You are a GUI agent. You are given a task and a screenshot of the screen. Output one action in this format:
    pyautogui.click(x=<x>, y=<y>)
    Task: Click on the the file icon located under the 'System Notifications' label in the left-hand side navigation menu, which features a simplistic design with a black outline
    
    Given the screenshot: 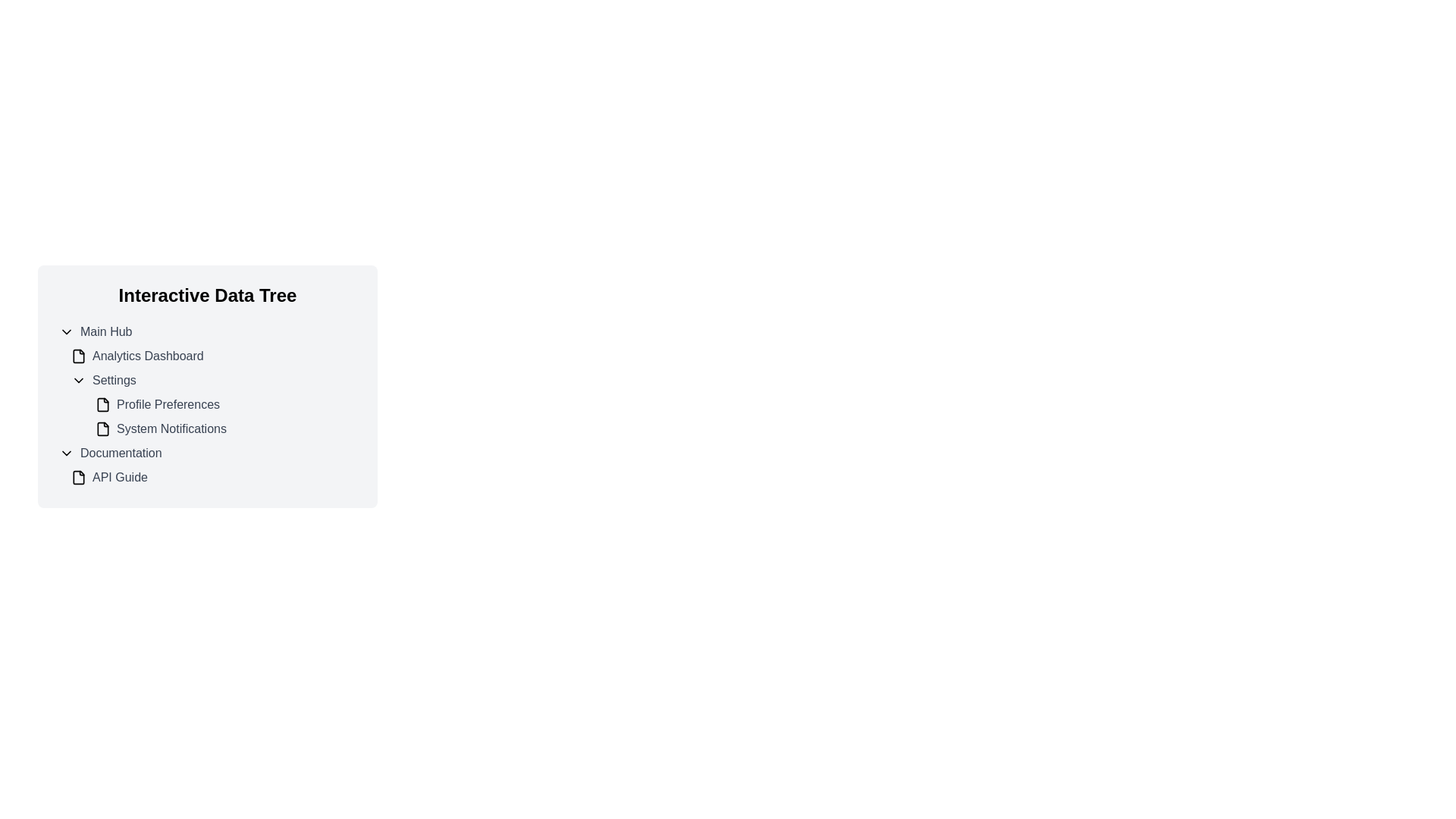 What is the action you would take?
    pyautogui.click(x=102, y=429)
    